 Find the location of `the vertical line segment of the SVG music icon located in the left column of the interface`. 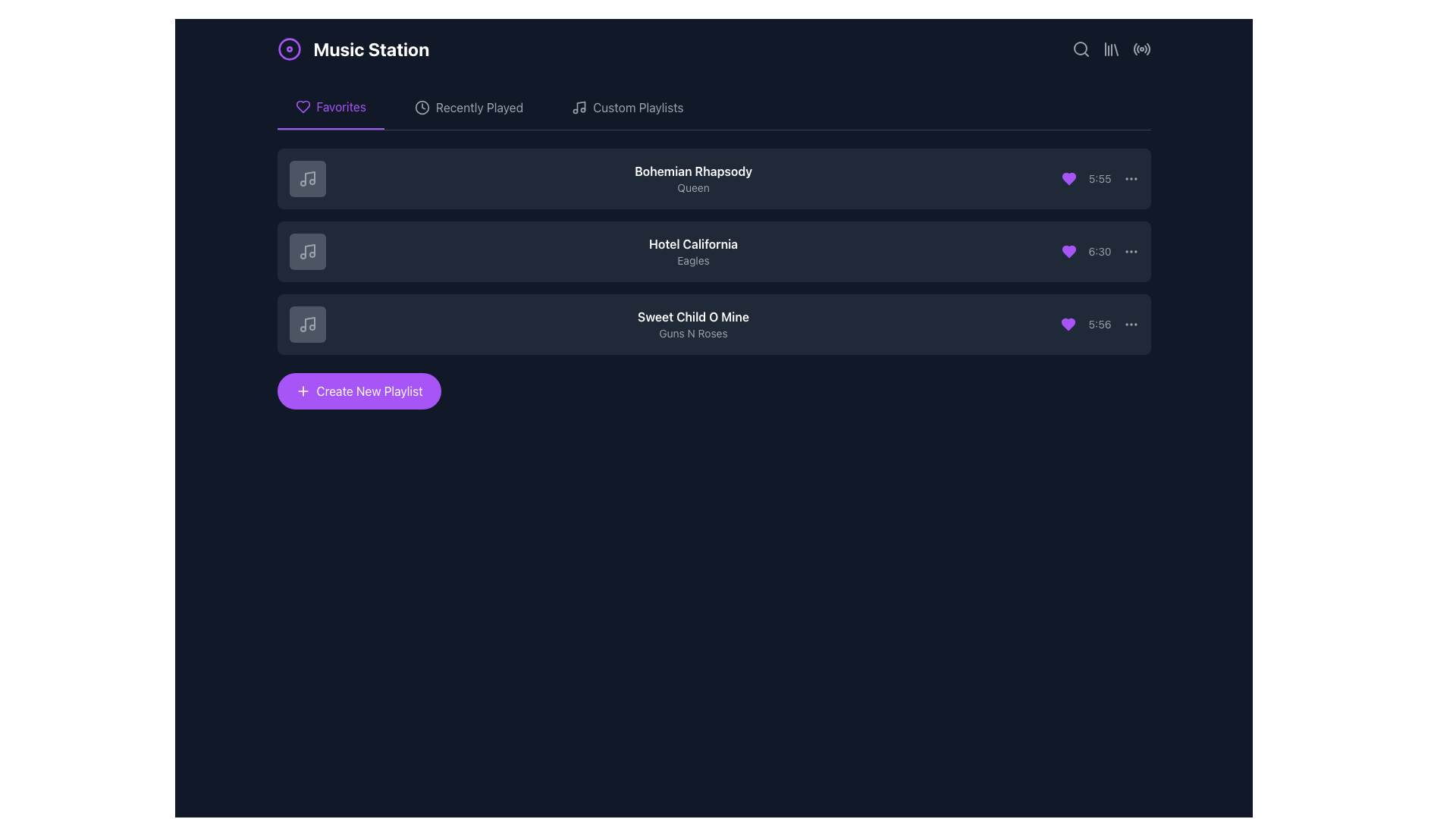

the vertical line segment of the SVG music icon located in the left column of the interface is located at coordinates (309, 322).